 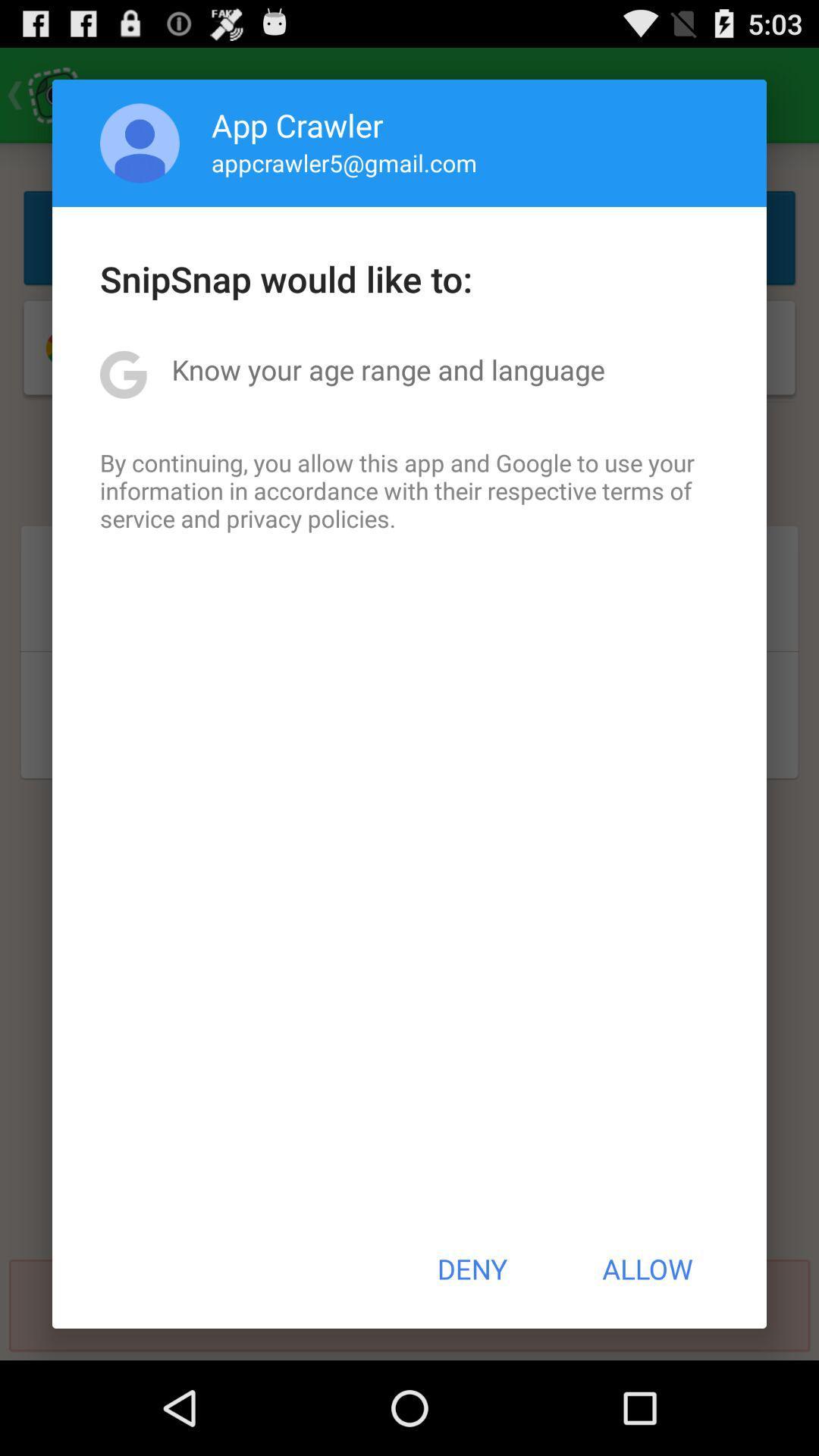 What do you see at coordinates (344, 162) in the screenshot?
I see `appcrawler5@gmail.com item` at bounding box center [344, 162].